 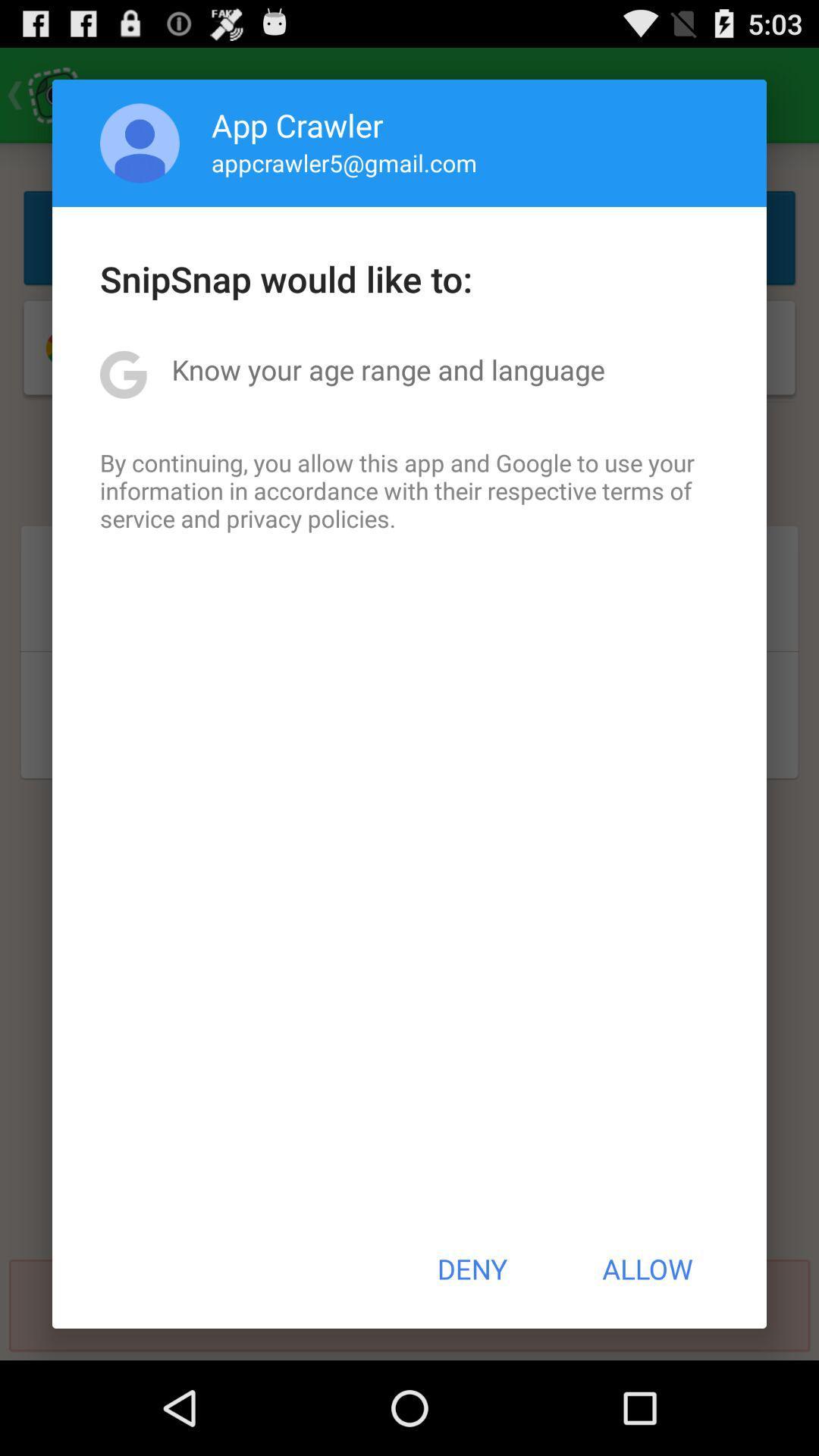 What do you see at coordinates (344, 162) in the screenshot?
I see `appcrawler5@gmail.com item` at bounding box center [344, 162].